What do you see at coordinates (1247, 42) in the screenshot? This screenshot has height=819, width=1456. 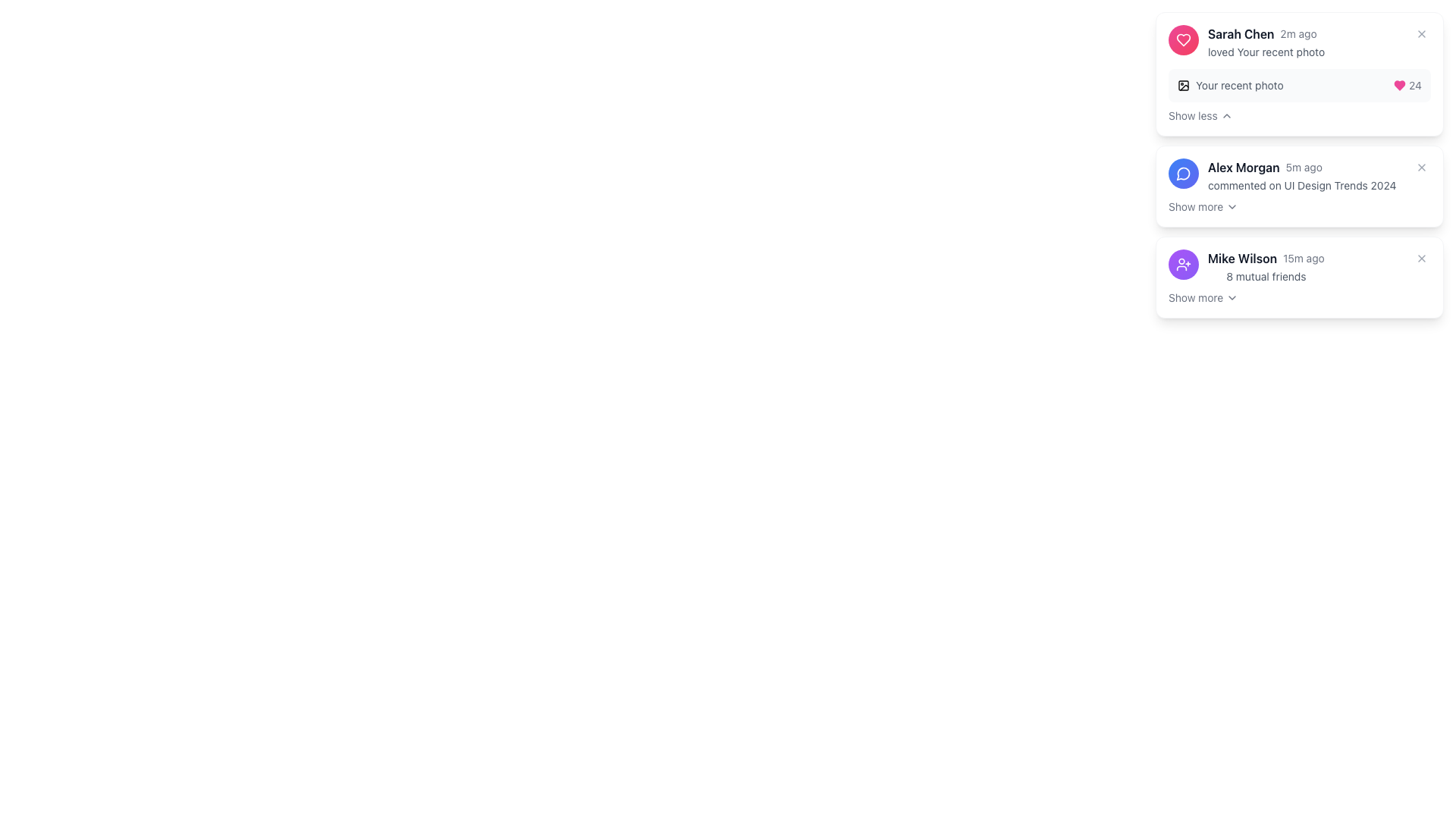 I see `the notification item featuring a pink gradient badge with a white heart, containing the username 'Sarah Chen' and the message 'loved Your recent photo'` at bounding box center [1247, 42].